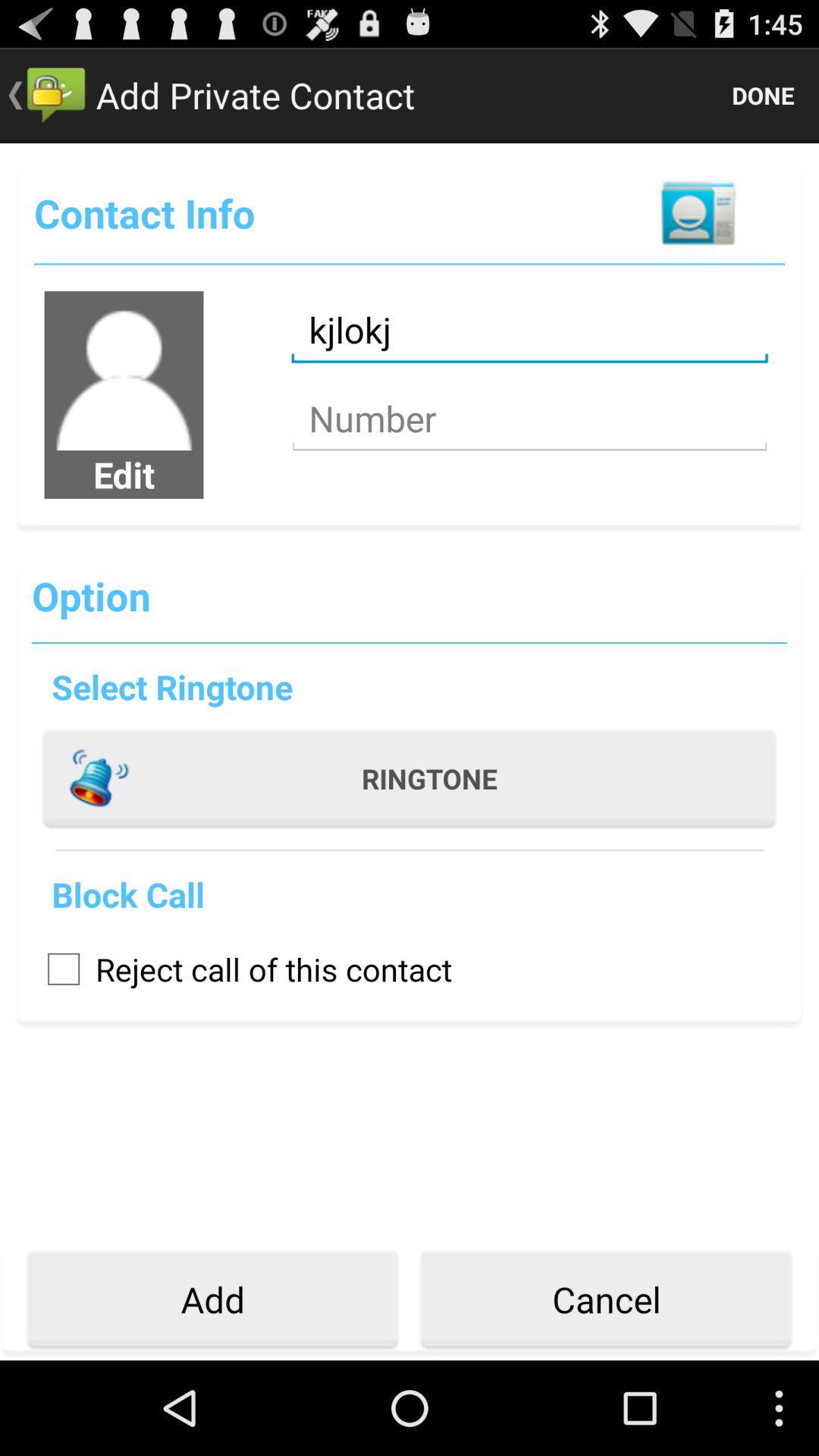 The height and width of the screenshot is (1456, 819). I want to click on the icon next to kjlokj item, so click(123, 371).